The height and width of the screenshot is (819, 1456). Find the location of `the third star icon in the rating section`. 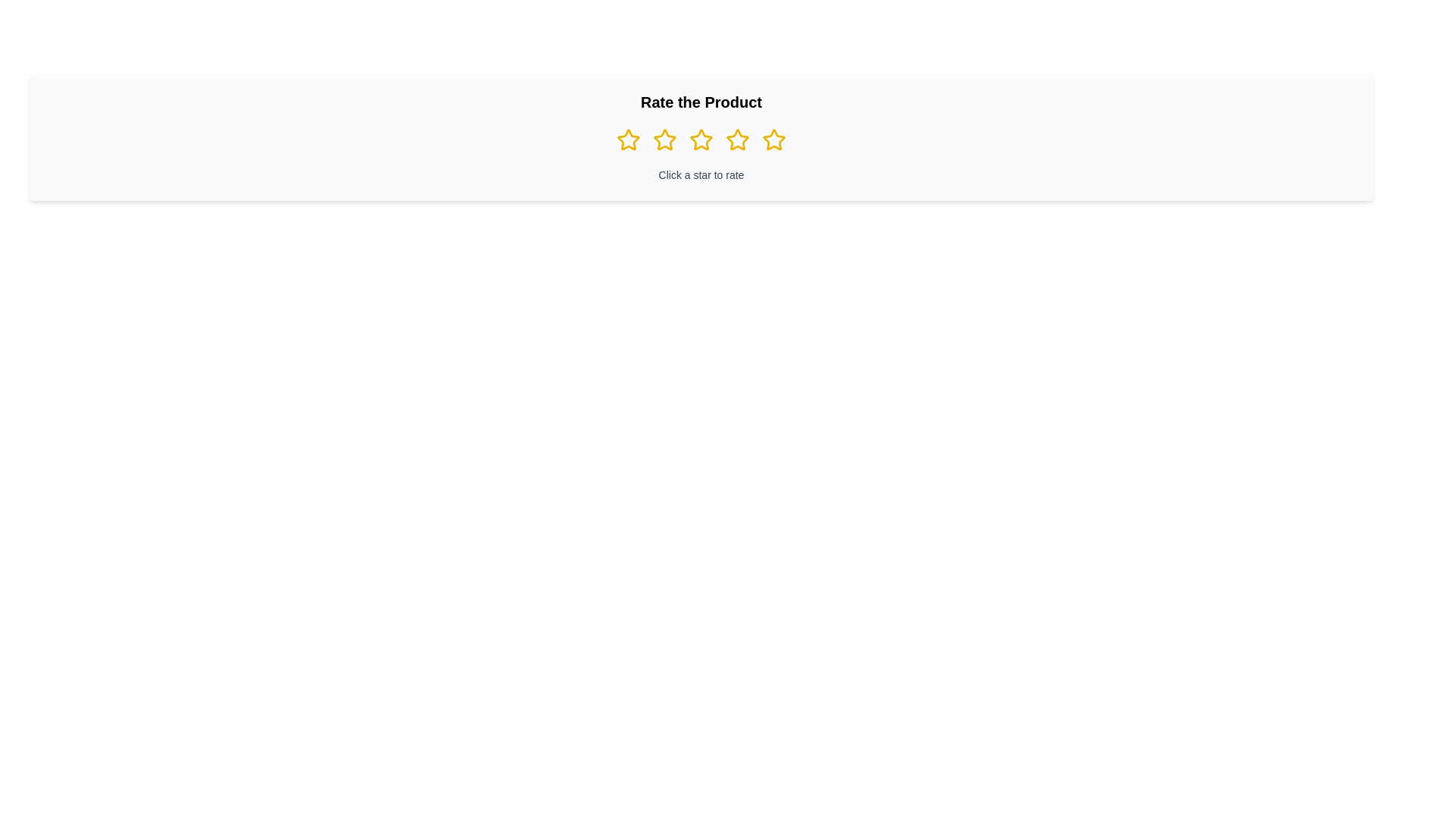

the third star icon in the rating section is located at coordinates (738, 140).